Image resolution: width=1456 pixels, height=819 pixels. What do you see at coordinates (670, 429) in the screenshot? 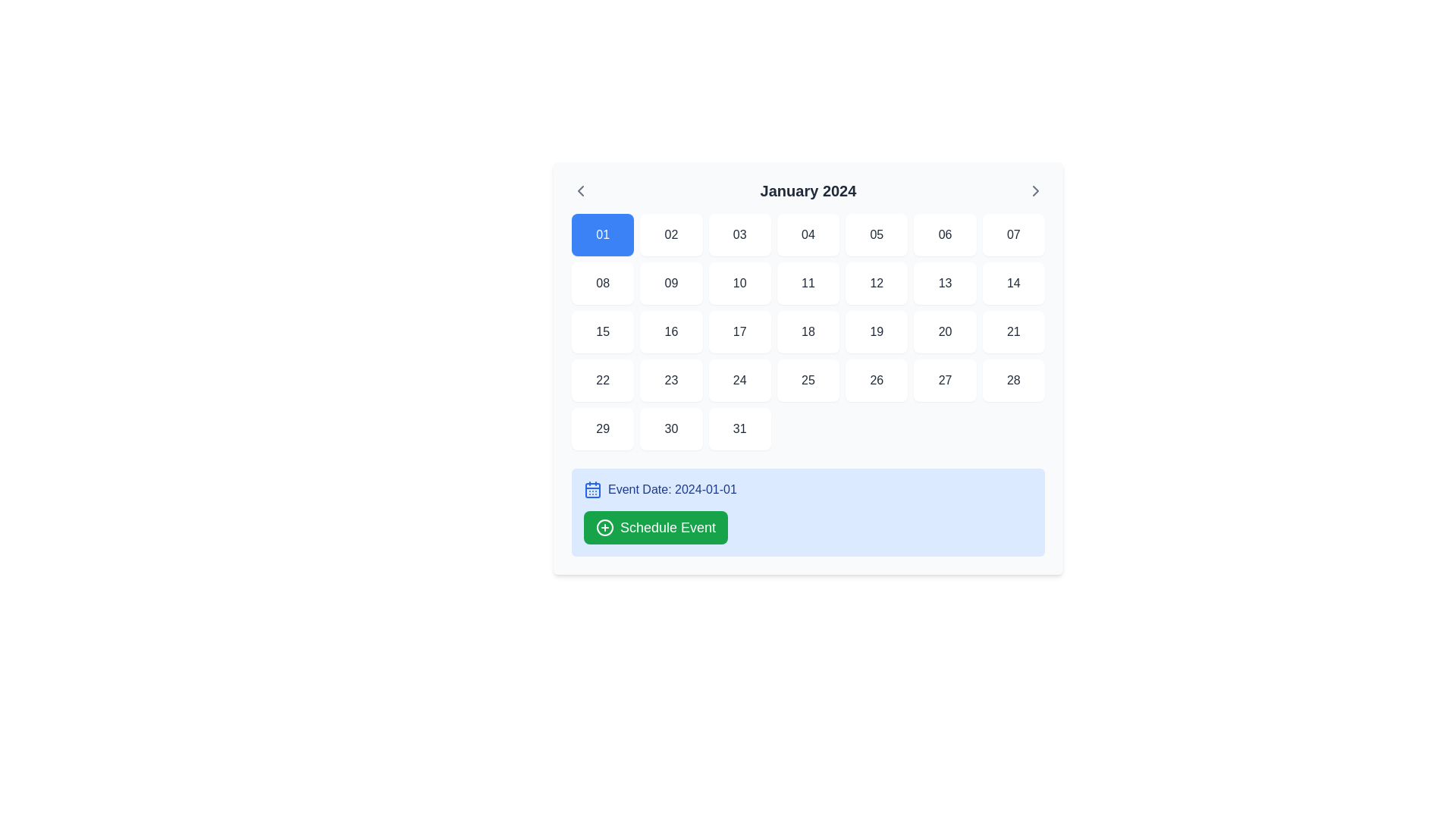
I see `the button displaying '30' in the sixth row and second column of the calendar grid` at bounding box center [670, 429].